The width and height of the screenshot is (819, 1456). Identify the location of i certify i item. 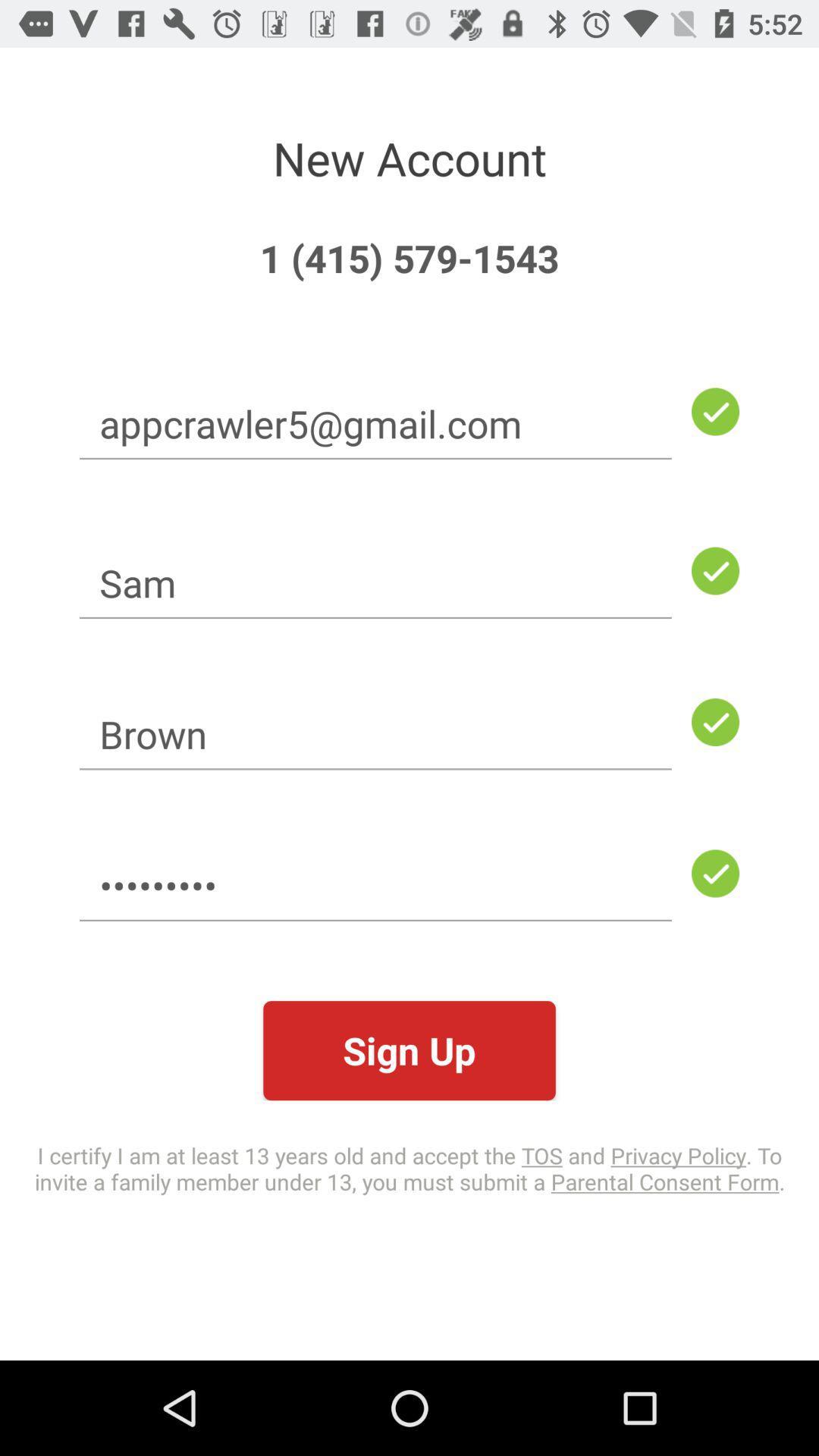
(409, 1167).